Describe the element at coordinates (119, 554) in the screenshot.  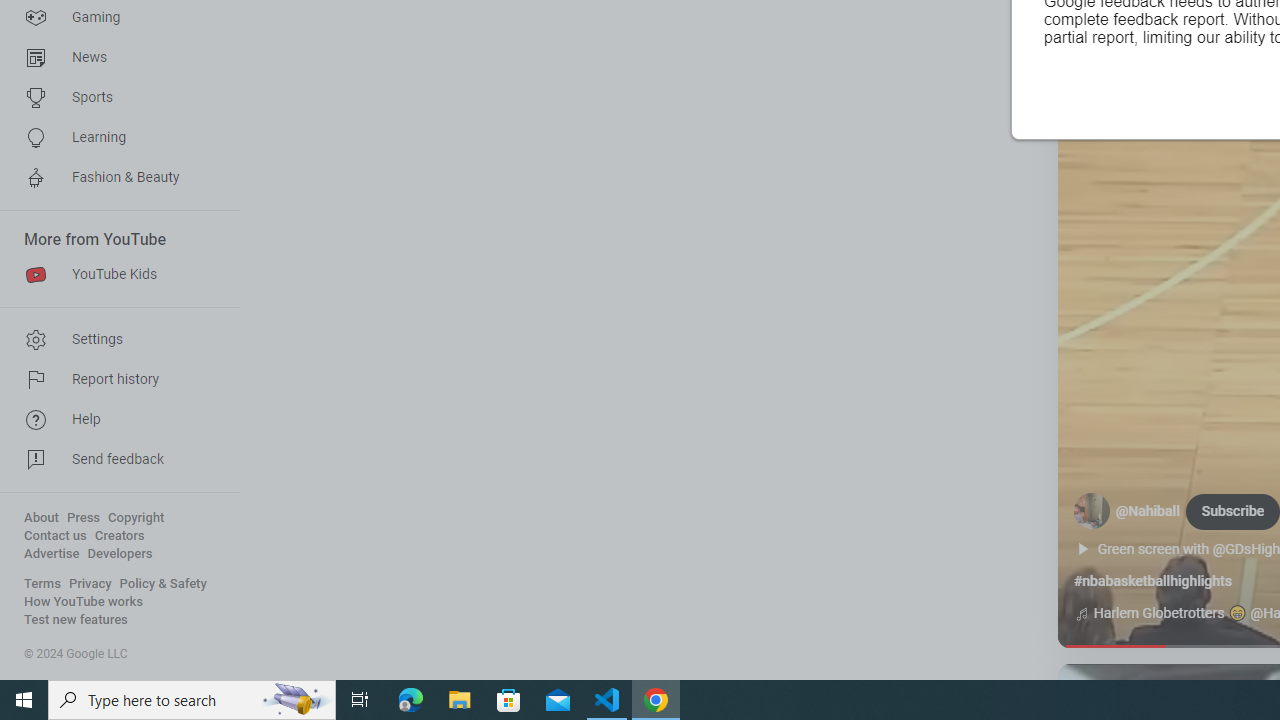
I see `'Developers'` at that location.